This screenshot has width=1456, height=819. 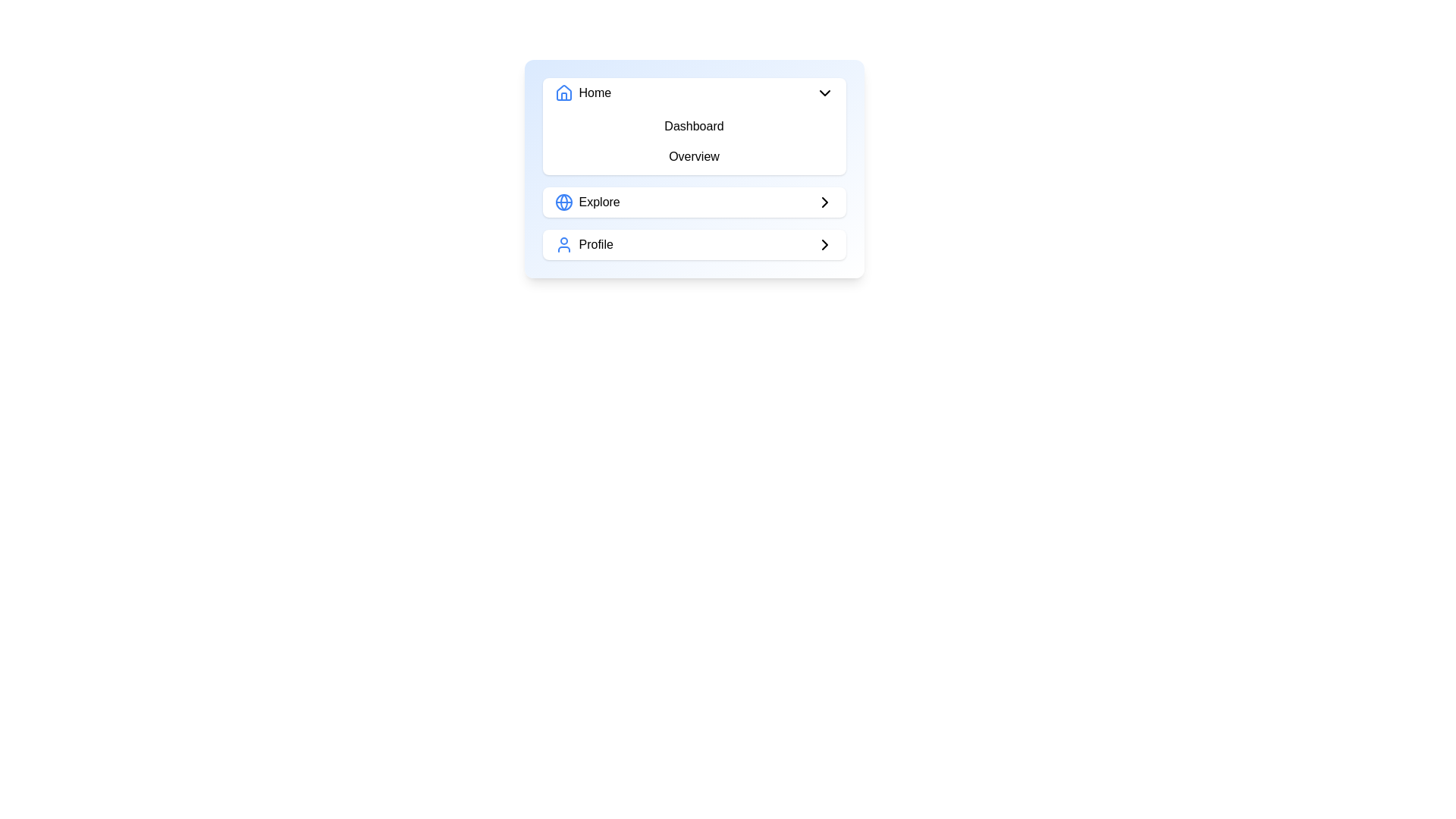 What do you see at coordinates (563, 201) in the screenshot?
I see `the globe-shaped icon with blue stylization located next to the text 'Explore'` at bounding box center [563, 201].